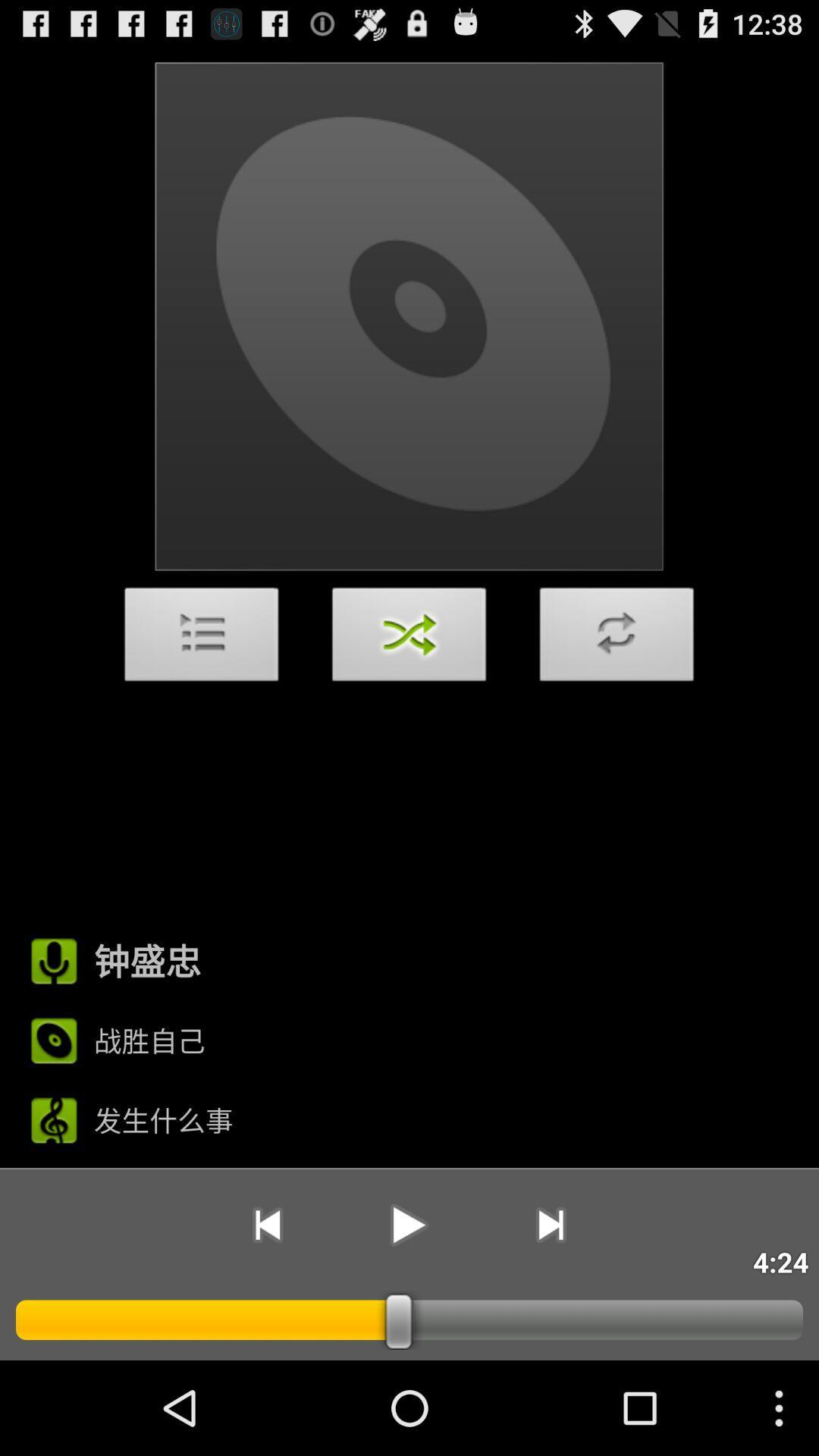 This screenshot has height=1456, width=819. Describe the element at coordinates (408, 1310) in the screenshot. I see `the play icon` at that location.